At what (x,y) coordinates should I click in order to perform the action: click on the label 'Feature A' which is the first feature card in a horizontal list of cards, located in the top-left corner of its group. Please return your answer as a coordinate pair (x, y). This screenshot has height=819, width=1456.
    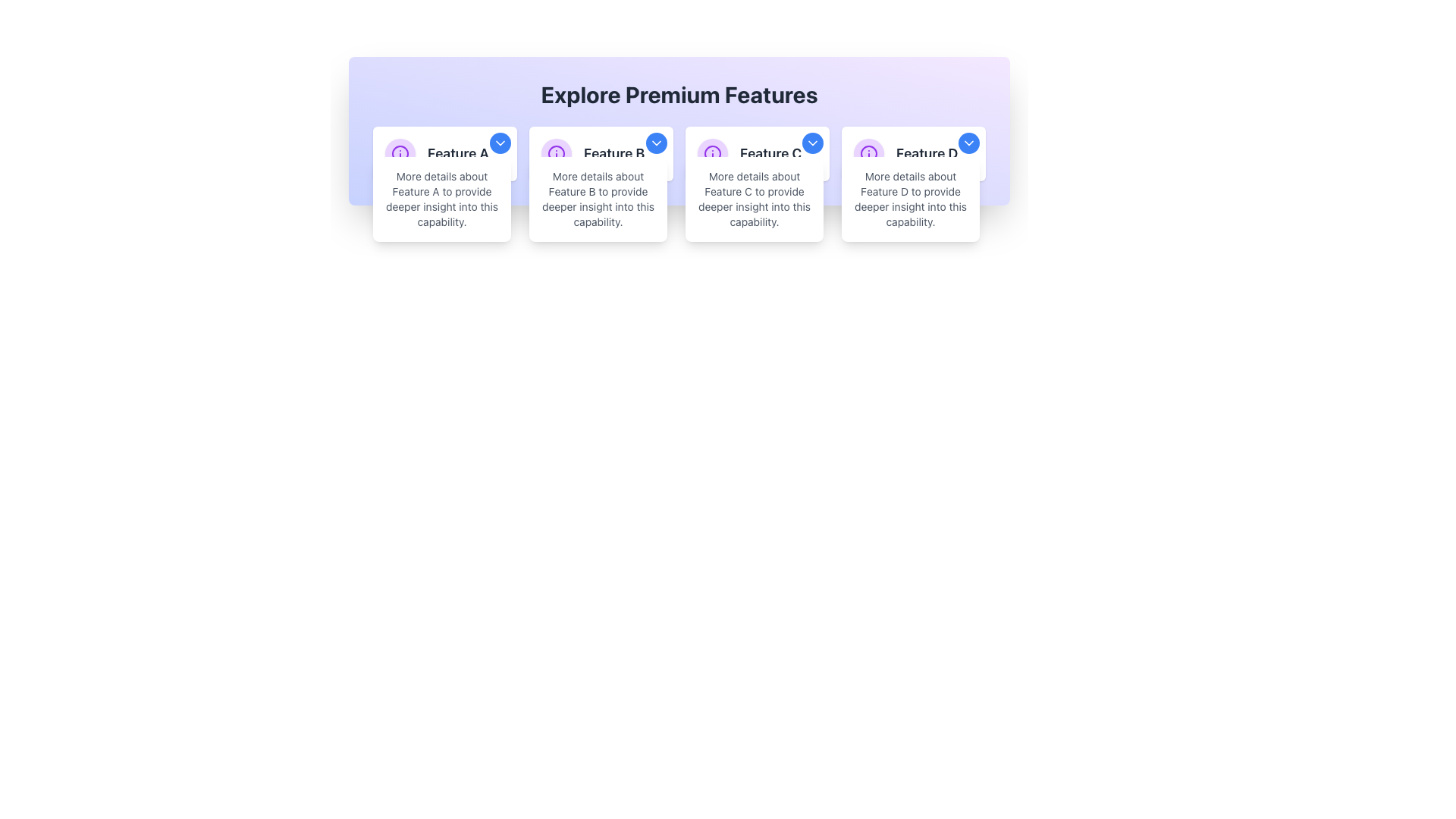
    Looking at the image, I should click on (457, 154).